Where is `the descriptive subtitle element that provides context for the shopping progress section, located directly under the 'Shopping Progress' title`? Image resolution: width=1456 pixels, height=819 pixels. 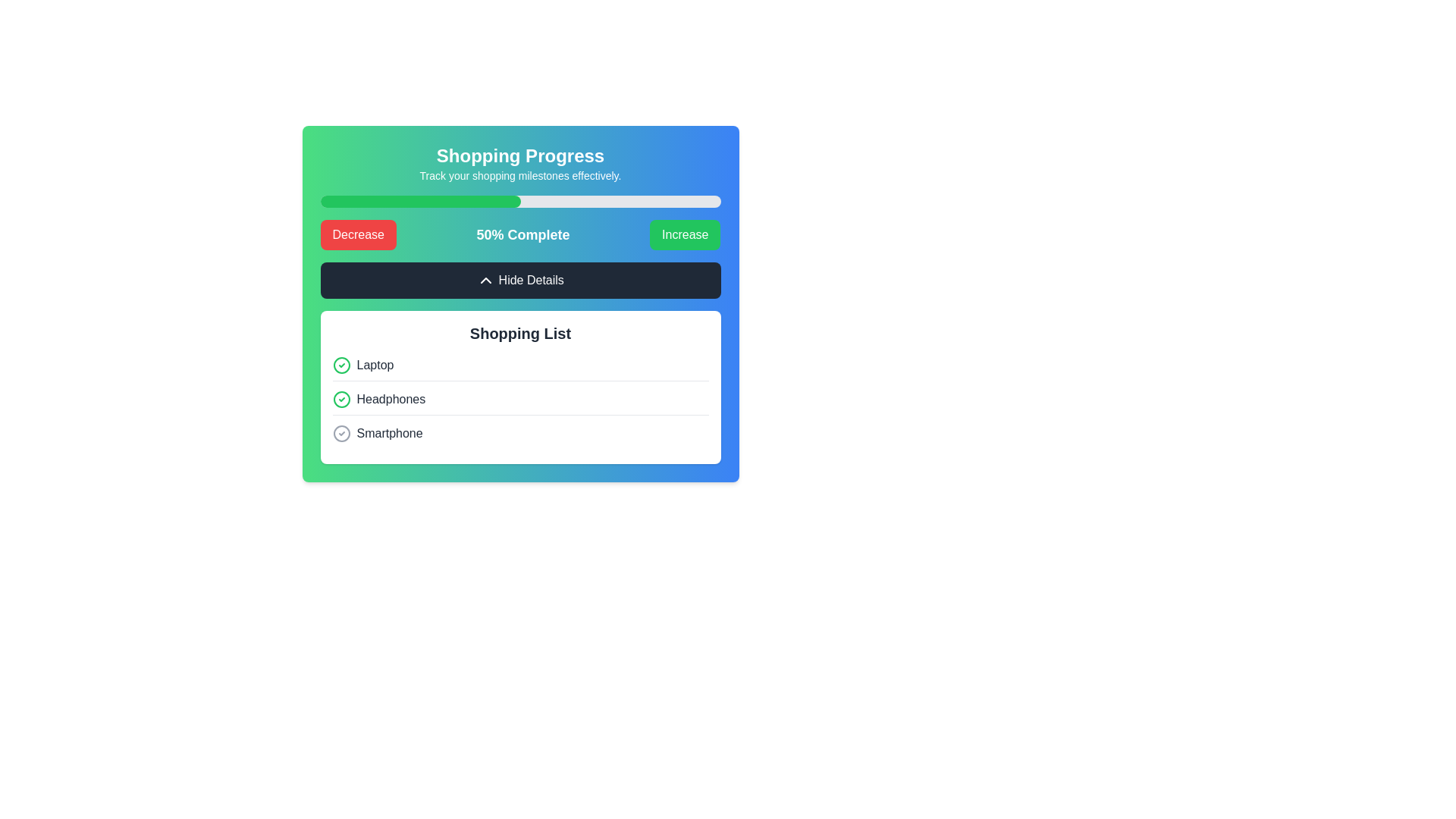 the descriptive subtitle element that provides context for the shopping progress section, located directly under the 'Shopping Progress' title is located at coordinates (520, 174).